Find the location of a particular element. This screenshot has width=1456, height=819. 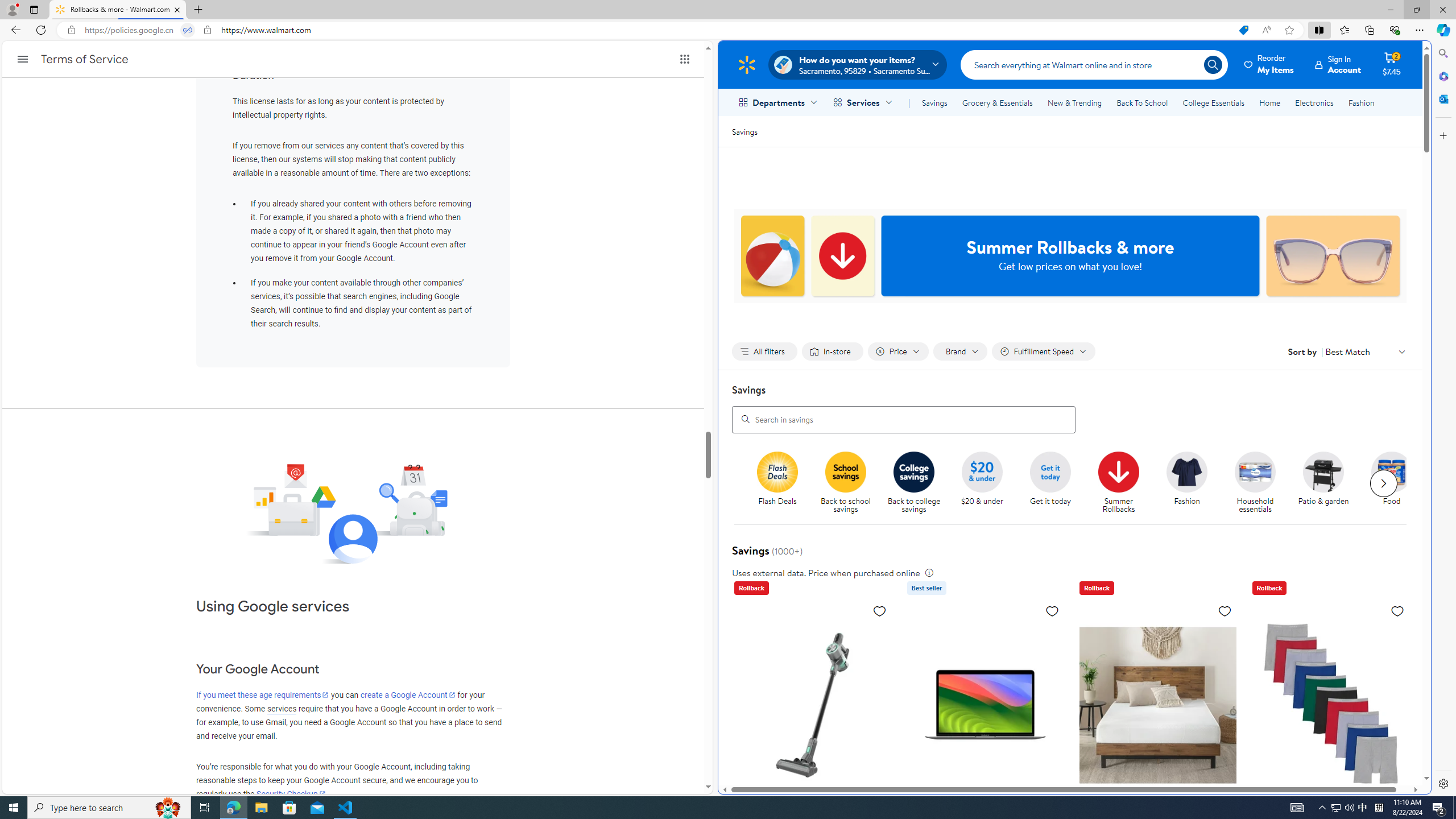

'Cart contains 2 items Total Amount $7.45' is located at coordinates (1391, 64).